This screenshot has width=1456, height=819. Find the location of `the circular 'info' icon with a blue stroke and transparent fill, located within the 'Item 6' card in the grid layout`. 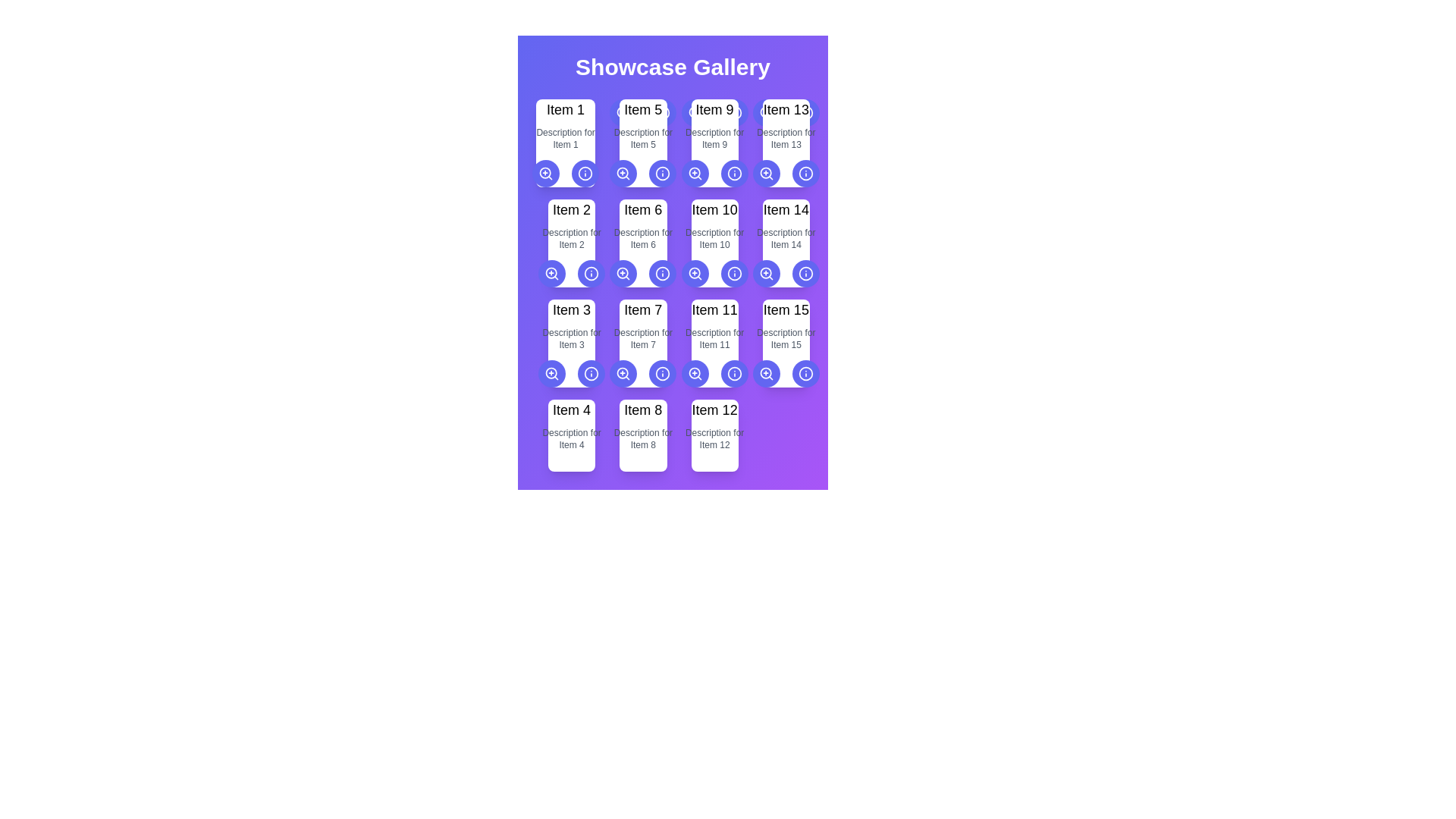

the circular 'info' icon with a blue stroke and transparent fill, located within the 'Item 6' card in the grid layout is located at coordinates (663, 274).